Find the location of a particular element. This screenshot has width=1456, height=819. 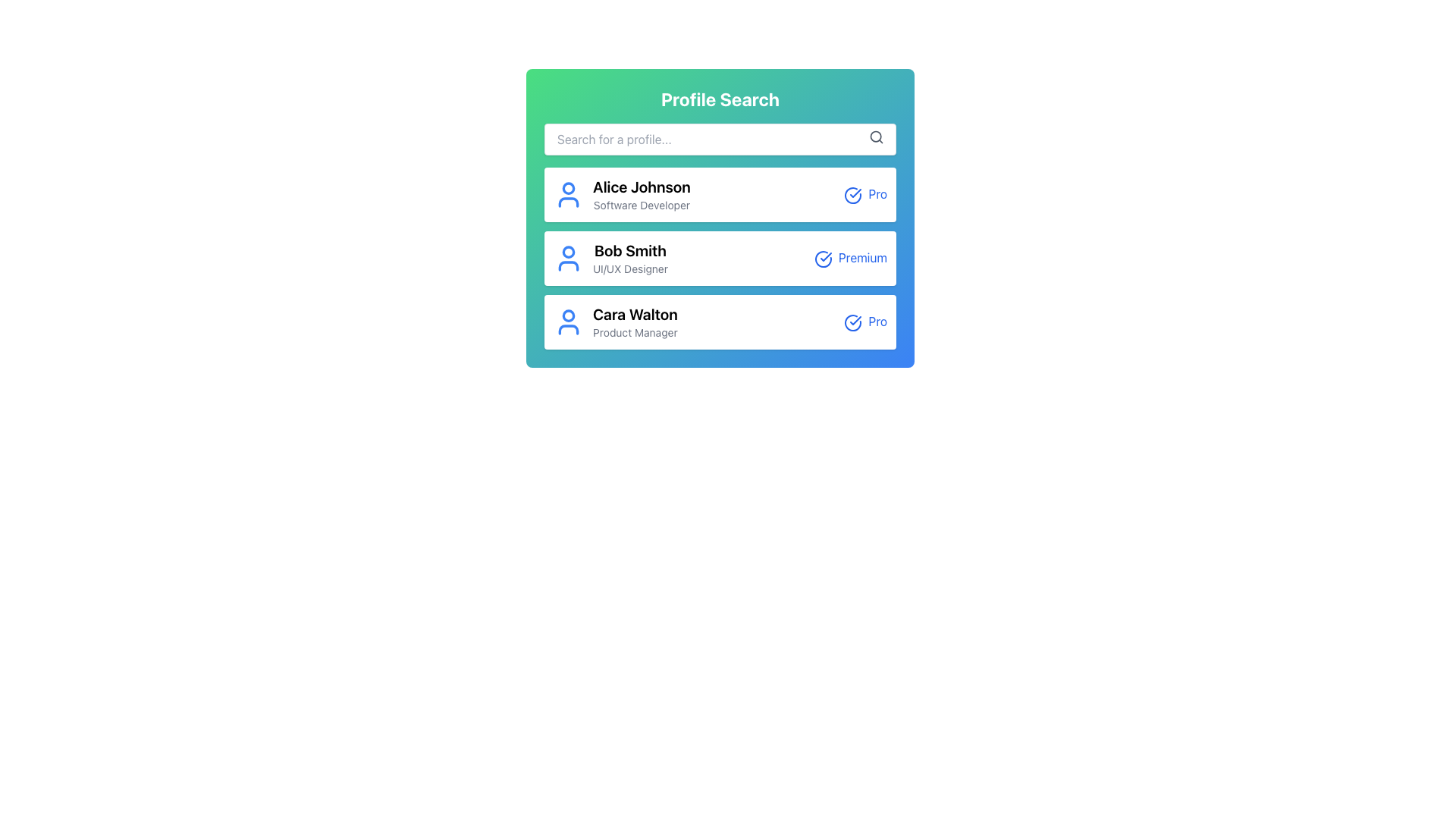

the search trigger icon located at the top-right corner of the rounded search bar in the 'Profile Search' interface is located at coordinates (877, 137).